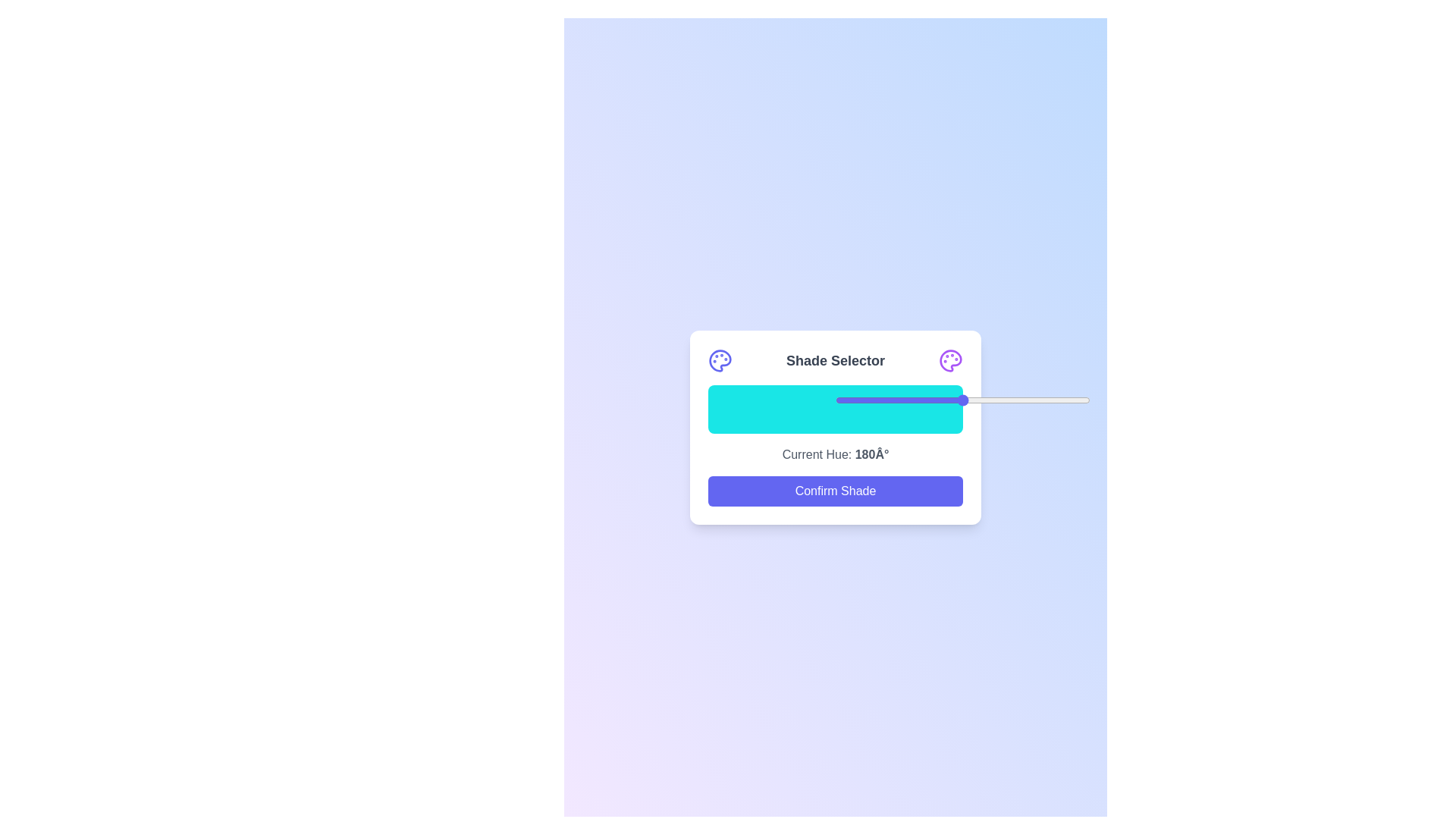  Describe the element at coordinates (902, 400) in the screenshot. I see `the slider to set the shade to 26%` at that location.